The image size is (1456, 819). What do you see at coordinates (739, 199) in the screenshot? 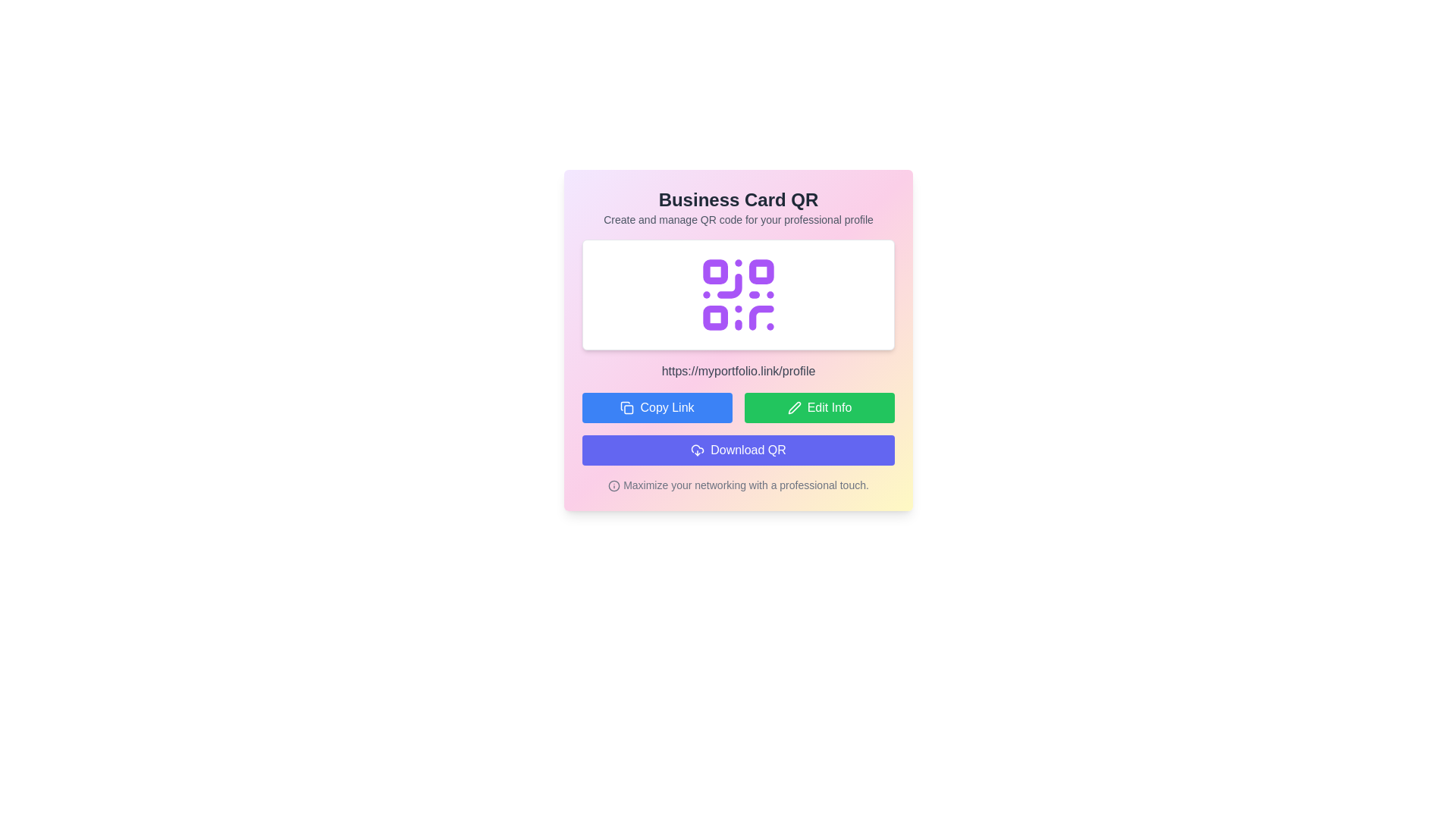
I see `the text element displaying 'Business Card QR' in bold, large font, centrally positioned at the top of the card layout` at bounding box center [739, 199].